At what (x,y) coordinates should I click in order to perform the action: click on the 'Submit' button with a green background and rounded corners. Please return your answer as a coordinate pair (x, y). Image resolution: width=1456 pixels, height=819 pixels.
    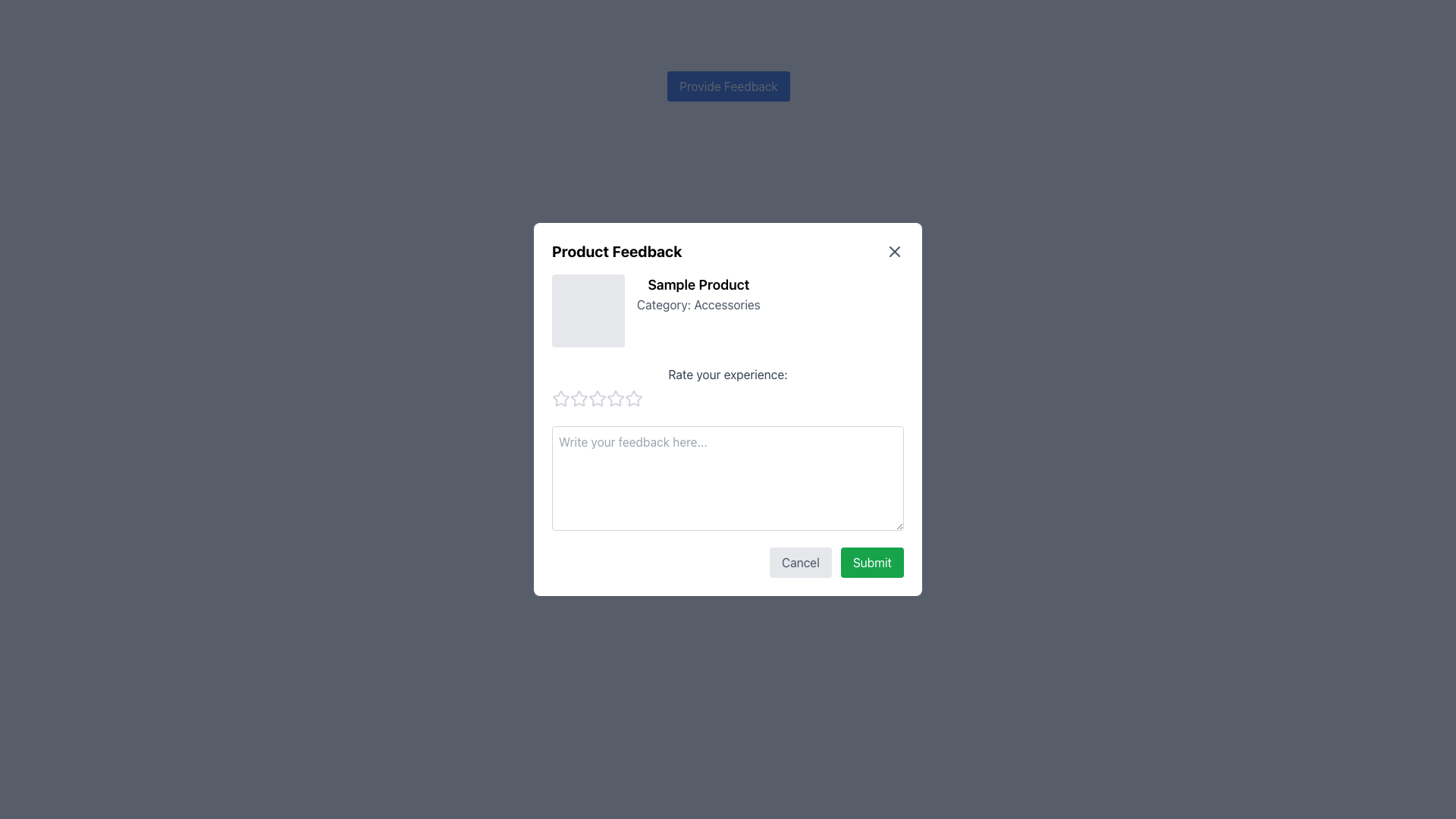
    Looking at the image, I should click on (872, 562).